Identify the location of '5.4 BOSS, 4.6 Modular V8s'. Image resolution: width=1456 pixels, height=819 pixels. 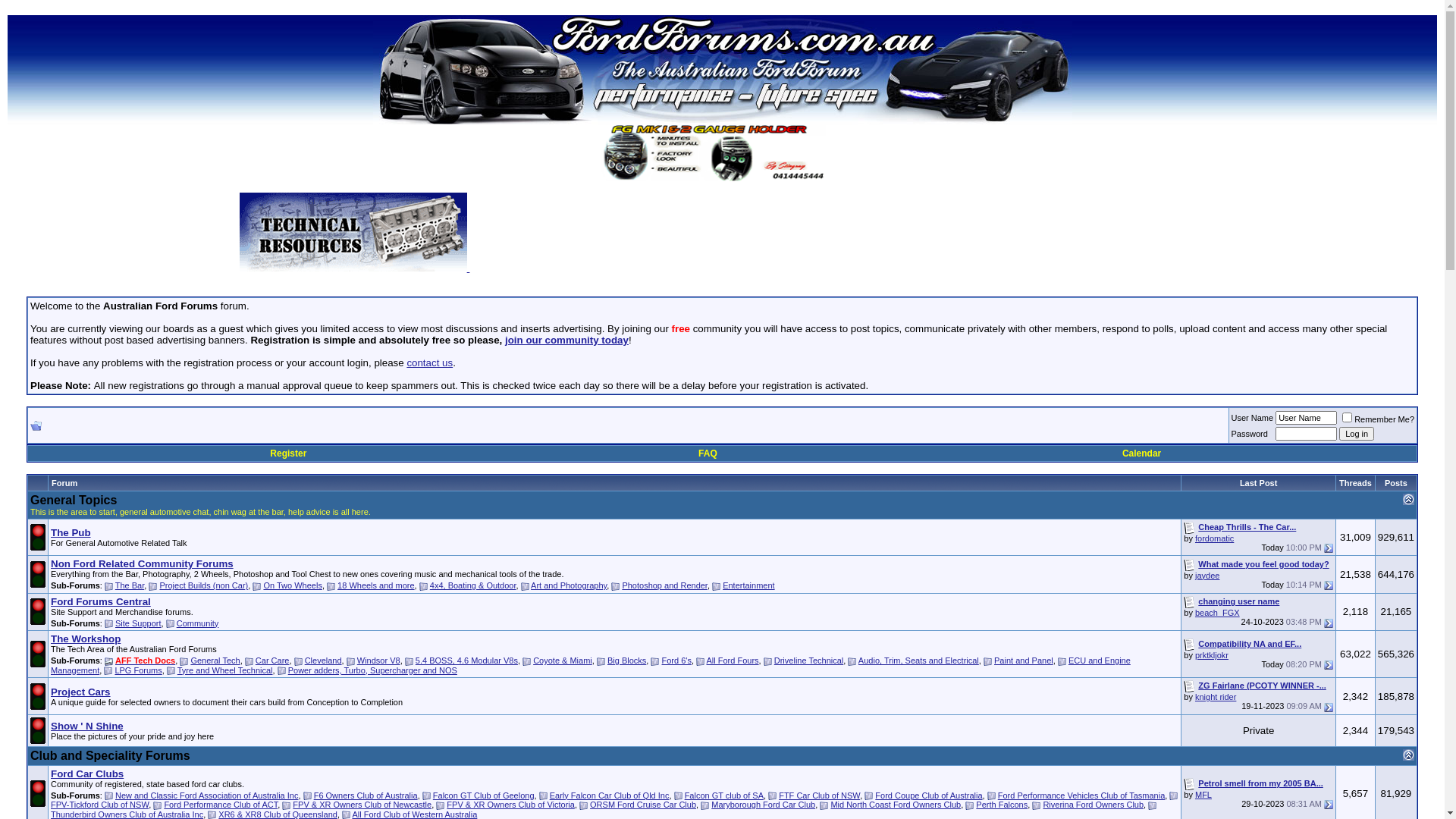
(466, 660).